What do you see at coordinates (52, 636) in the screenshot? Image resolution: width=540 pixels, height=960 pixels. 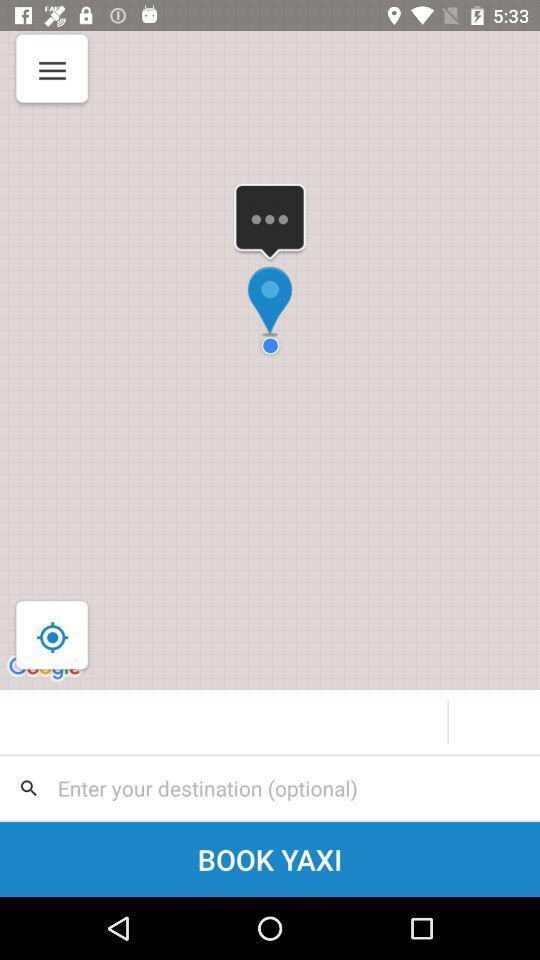 I see `the location_crosshair icon` at bounding box center [52, 636].